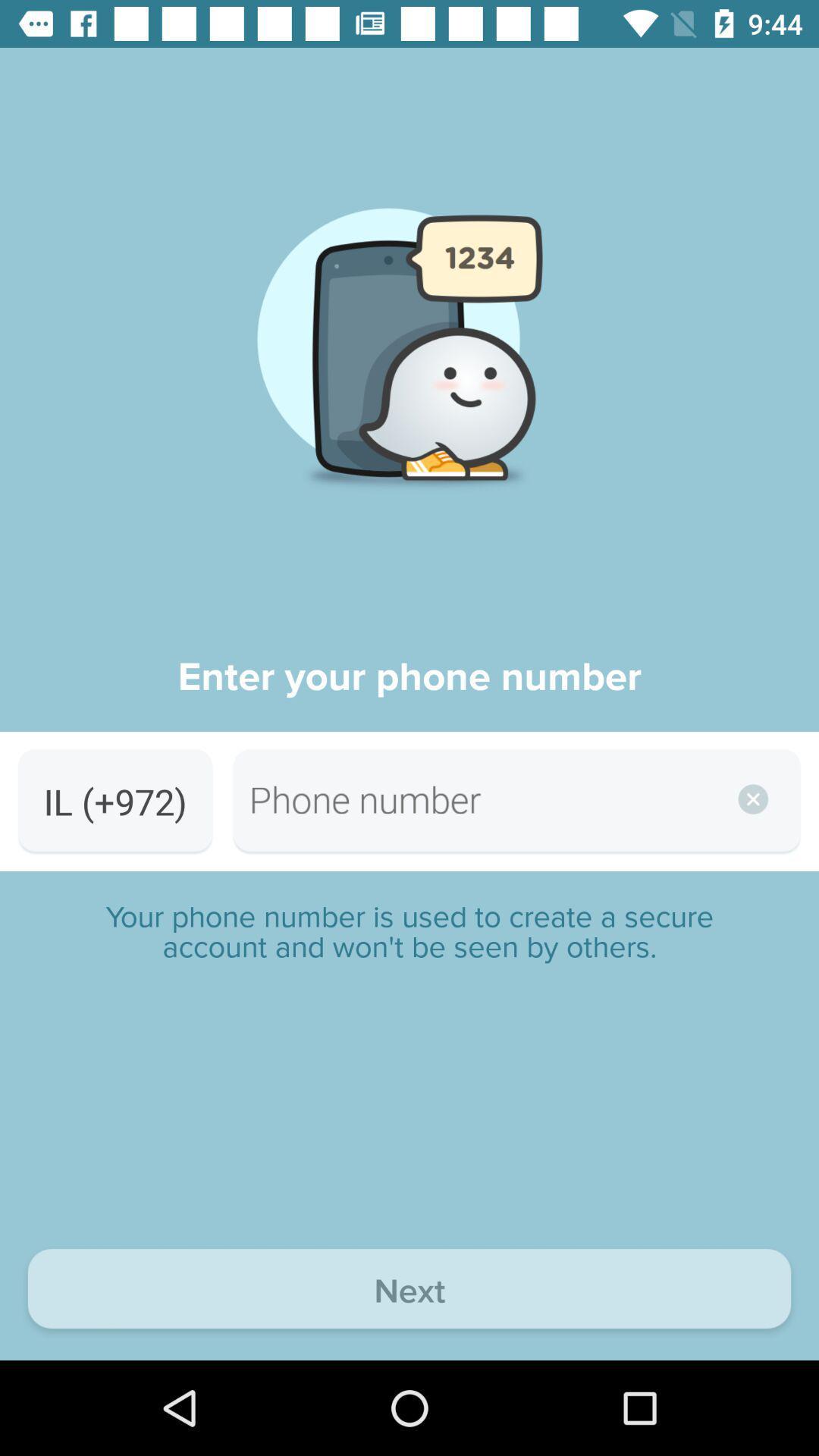 The height and width of the screenshot is (1456, 819). I want to click on next, so click(409, 1291).